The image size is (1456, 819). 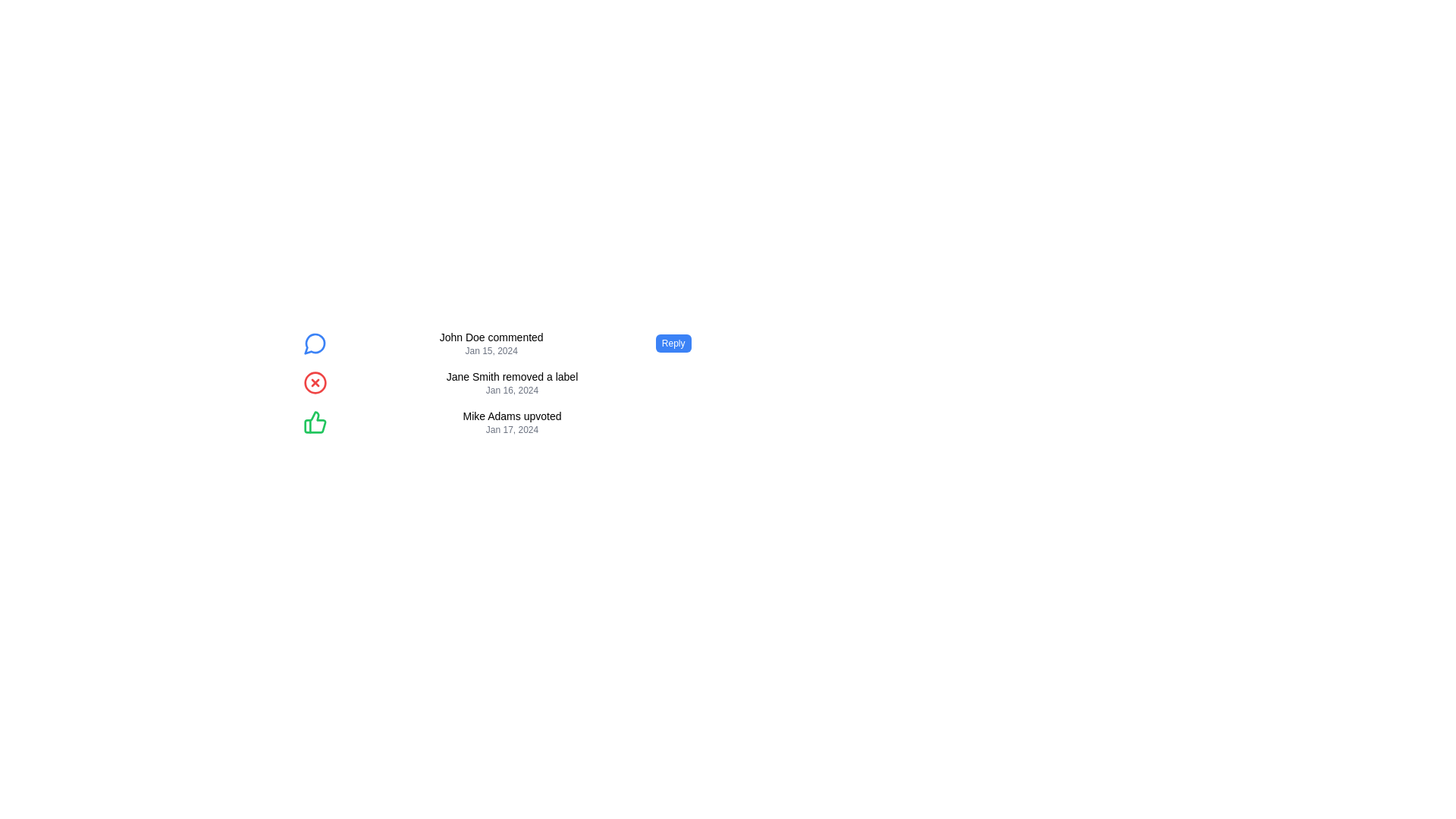 What do you see at coordinates (512, 430) in the screenshot?
I see `the static text label displaying the date associated with the activity 'Mike Adams upvoted', located directly below the corresponding action text` at bounding box center [512, 430].